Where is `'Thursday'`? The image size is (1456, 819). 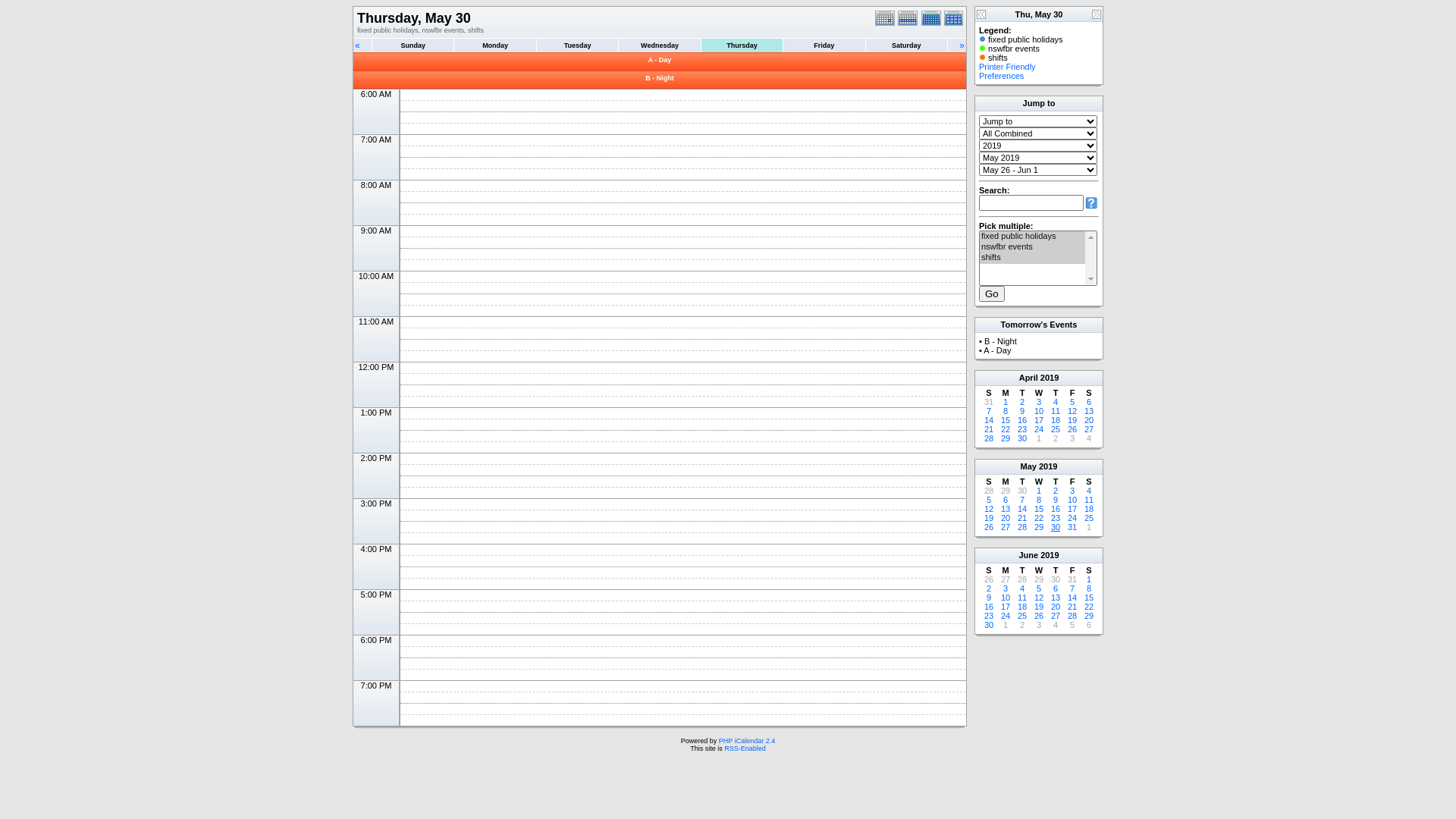 'Thursday' is located at coordinates (742, 44).